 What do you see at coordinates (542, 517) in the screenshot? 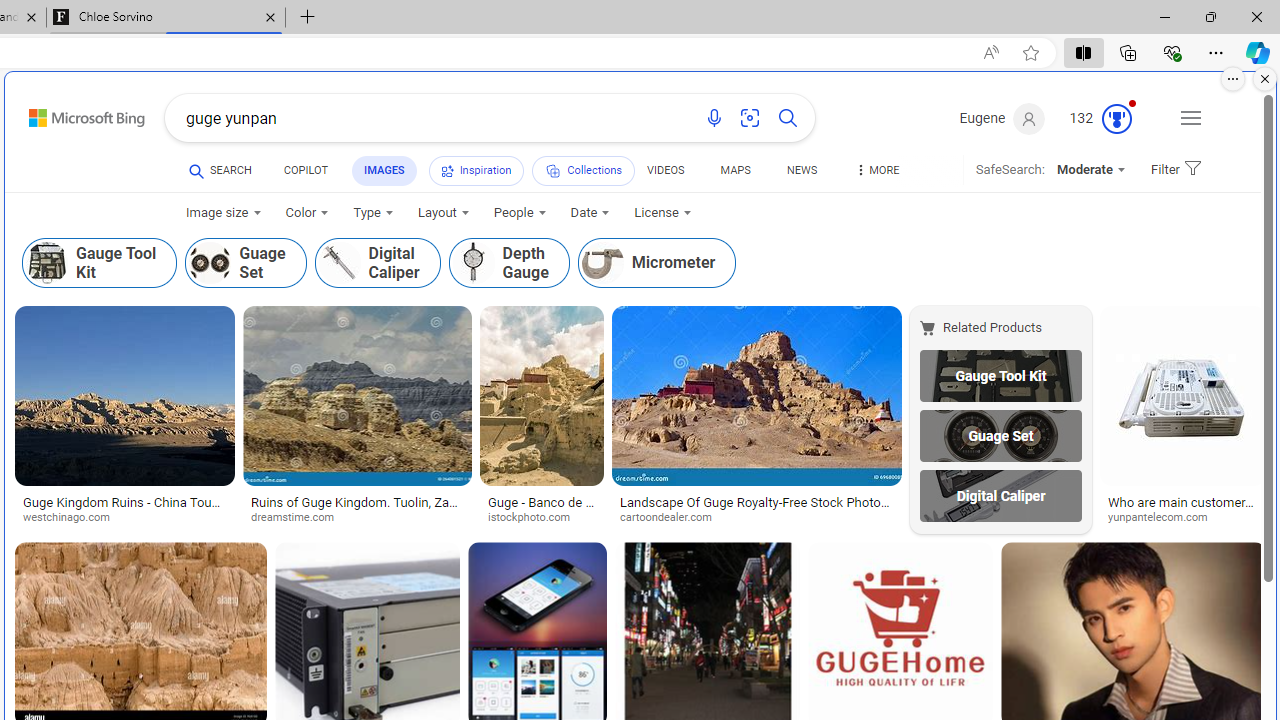
I see `'istockphoto.com'` at bounding box center [542, 517].